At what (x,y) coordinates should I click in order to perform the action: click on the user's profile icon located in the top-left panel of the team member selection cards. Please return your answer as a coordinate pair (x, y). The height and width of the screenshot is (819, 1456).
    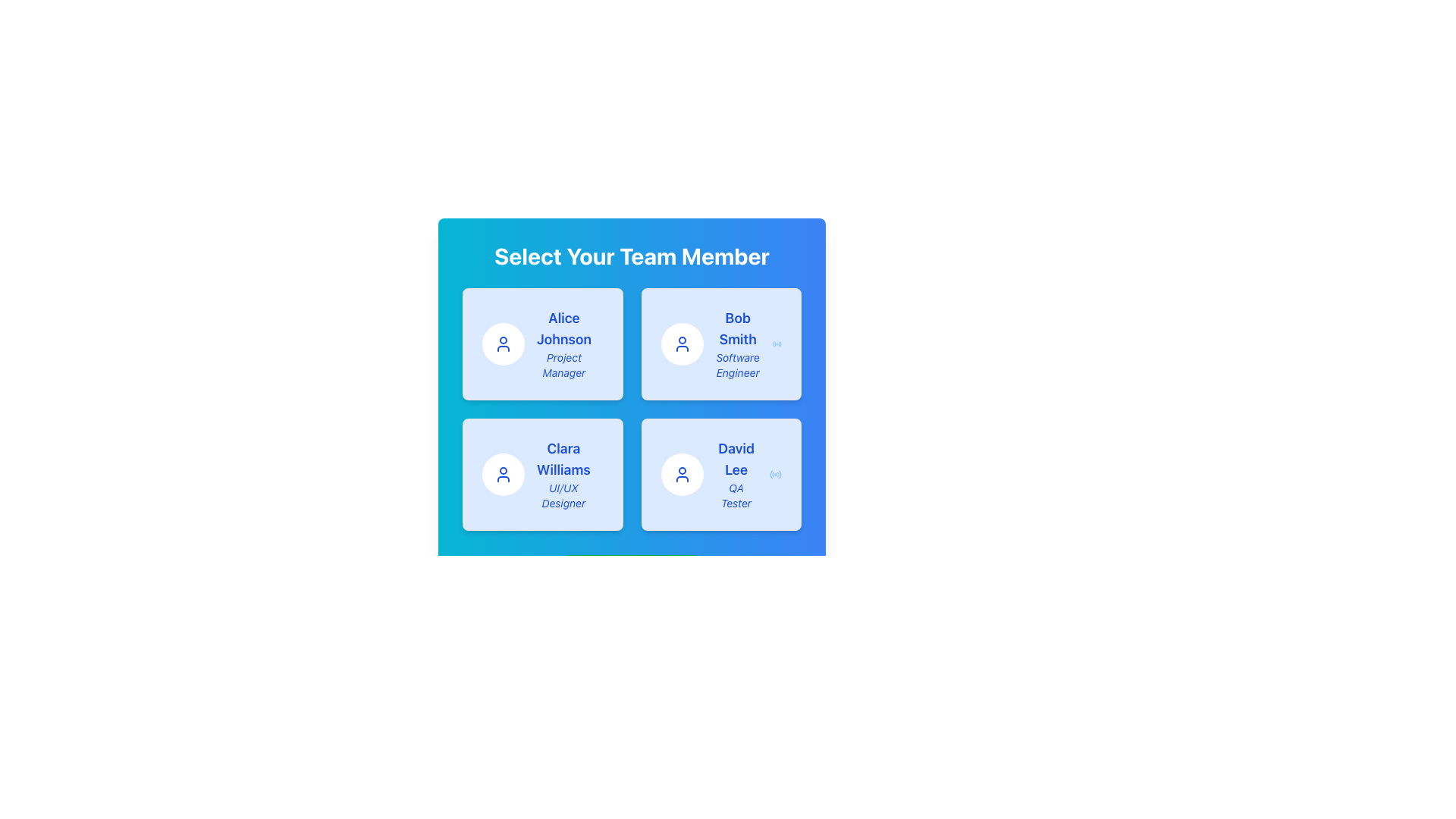
    Looking at the image, I should click on (503, 473).